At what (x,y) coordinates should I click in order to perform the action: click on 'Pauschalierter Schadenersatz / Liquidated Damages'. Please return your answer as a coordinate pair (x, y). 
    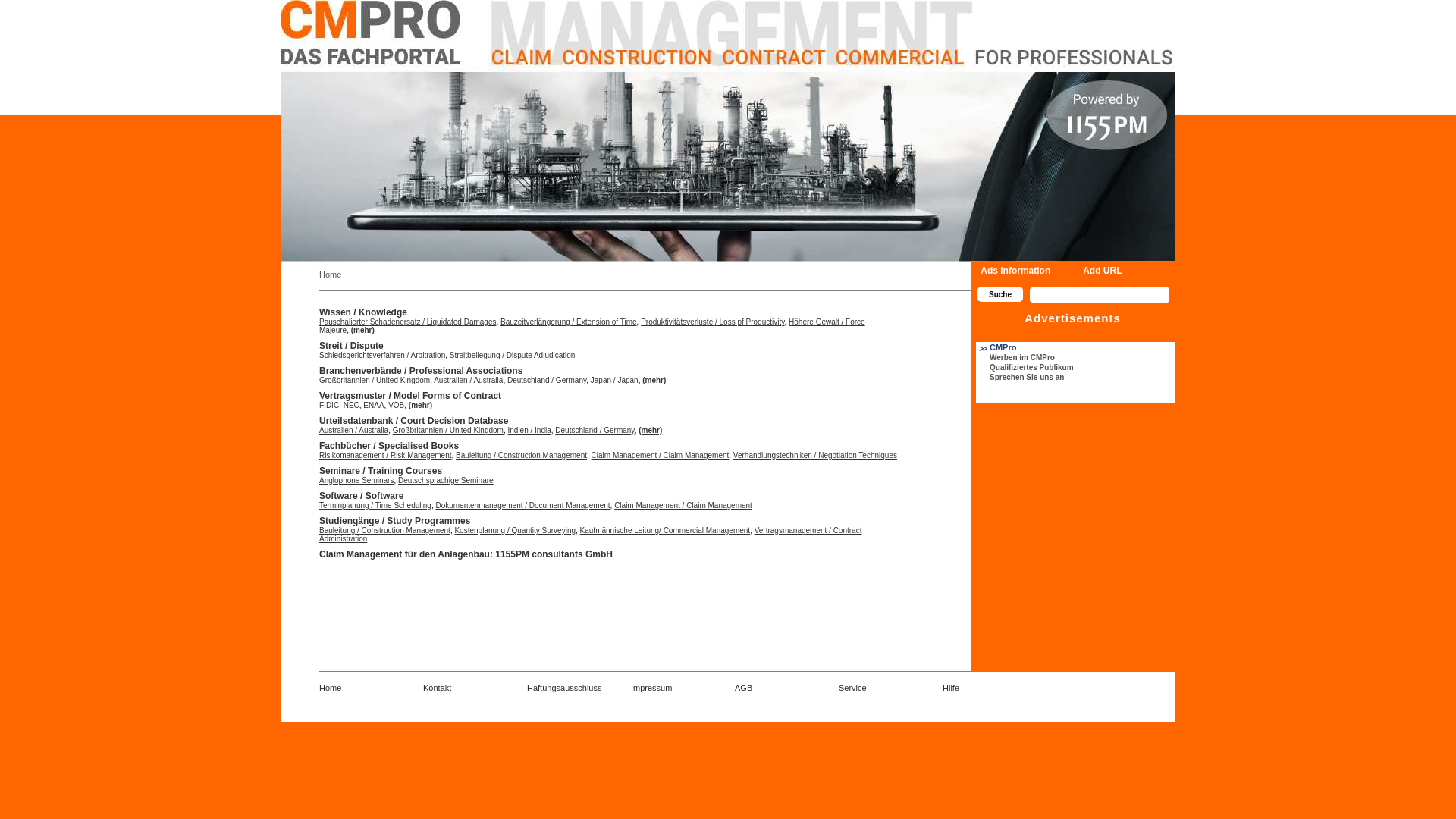
    Looking at the image, I should click on (407, 321).